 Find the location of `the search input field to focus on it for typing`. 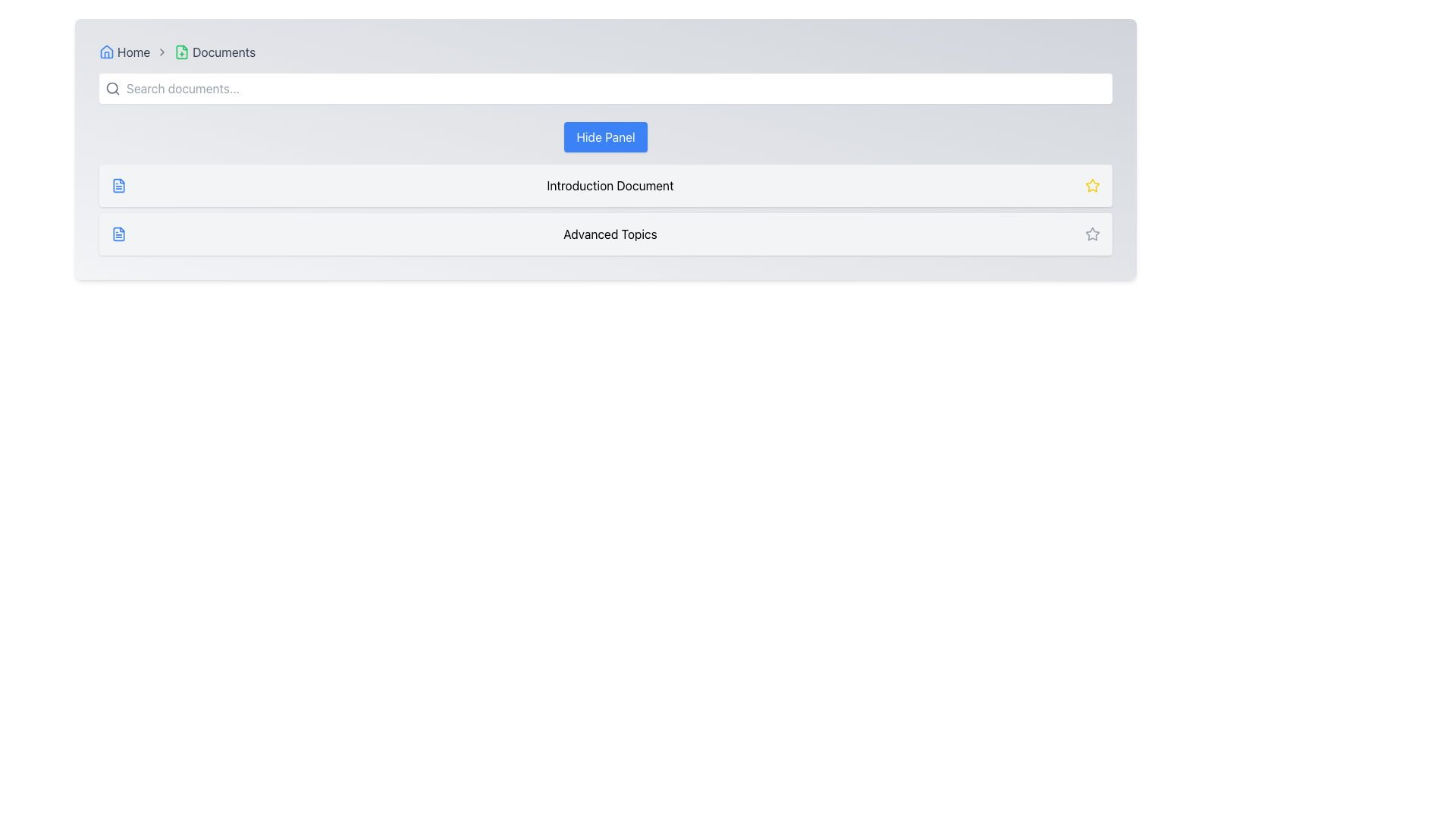

the search input field to focus on it for typing is located at coordinates (604, 88).